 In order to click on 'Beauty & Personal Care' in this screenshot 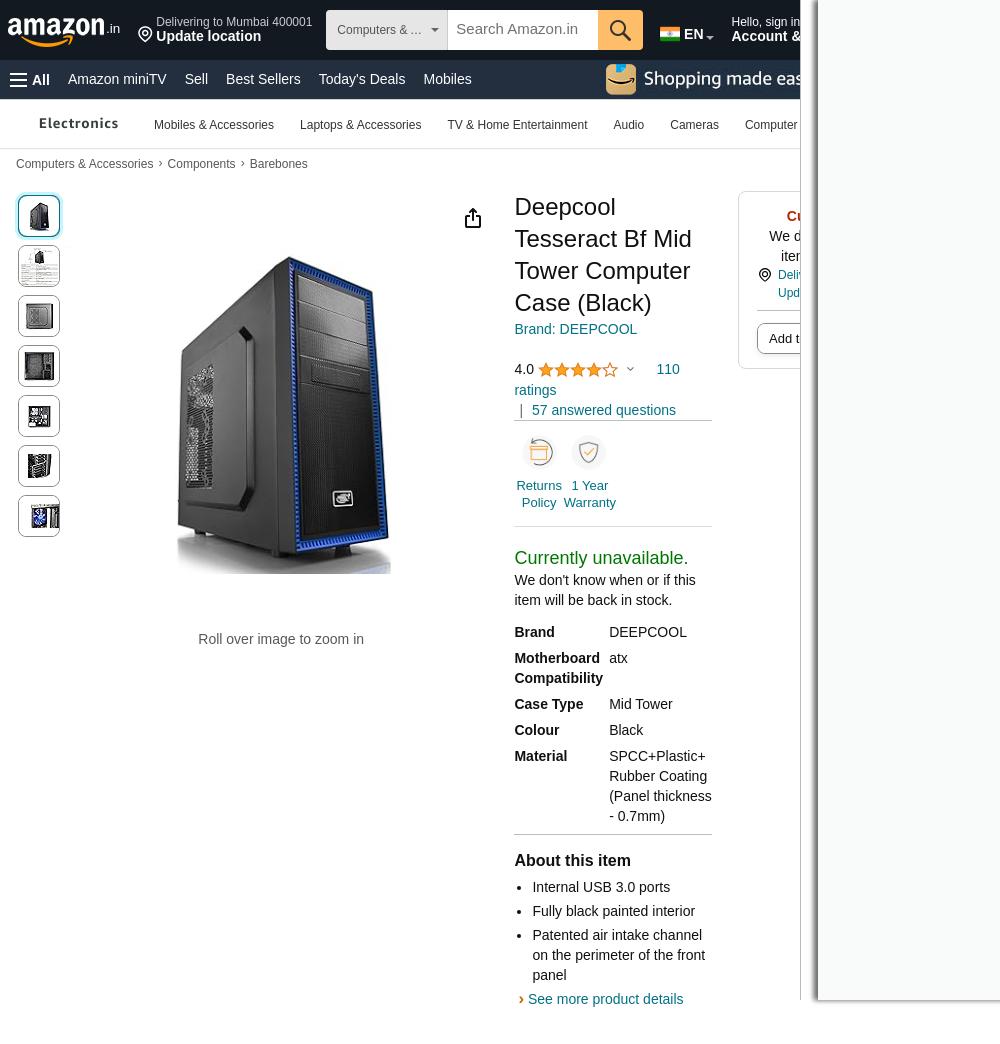, I will do `click(142, 194)`.